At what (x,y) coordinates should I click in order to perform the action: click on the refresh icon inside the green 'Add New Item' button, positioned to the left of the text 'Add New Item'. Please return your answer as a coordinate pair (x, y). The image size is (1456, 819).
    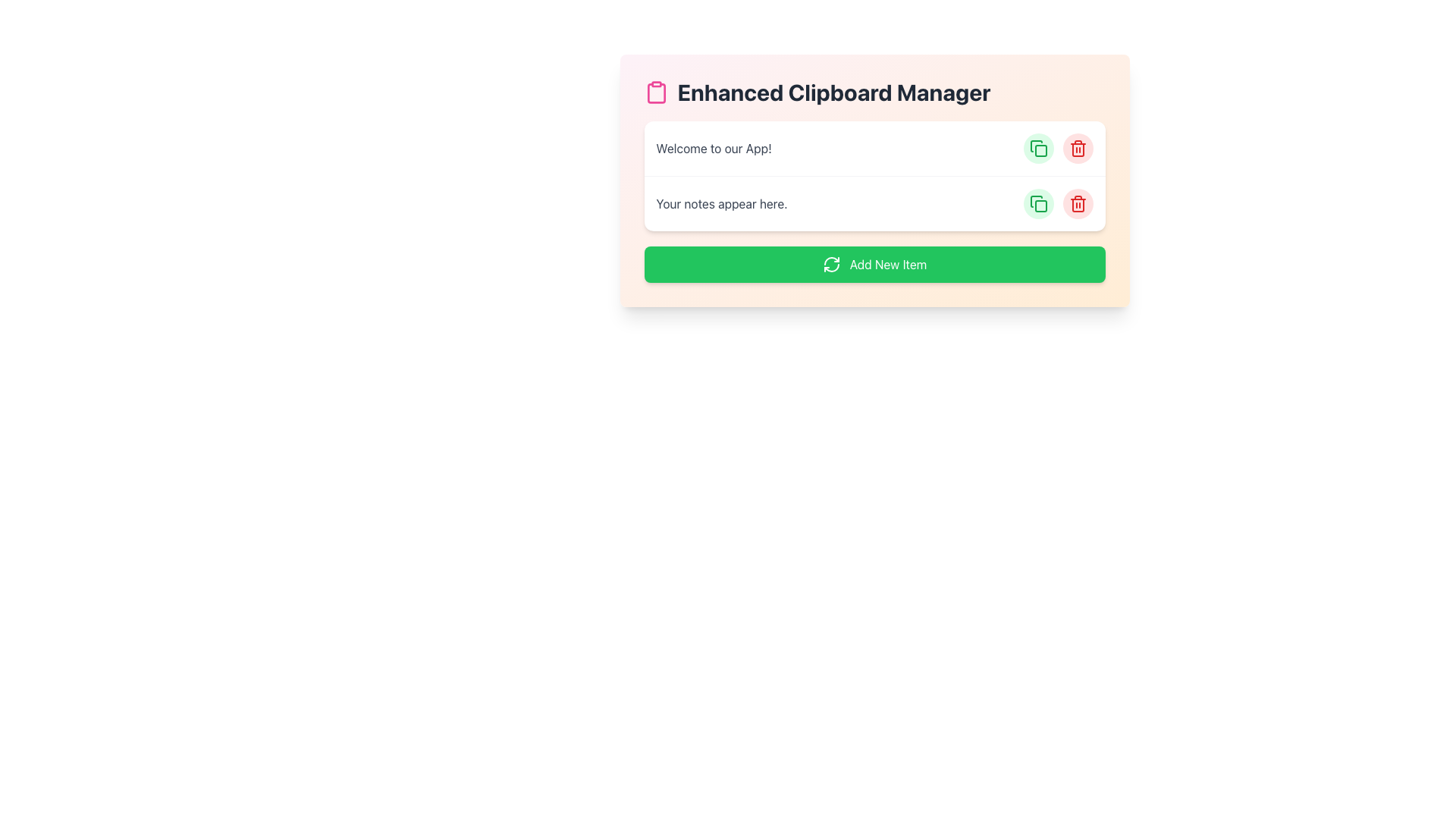
    Looking at the image, I should click on (830, 263).